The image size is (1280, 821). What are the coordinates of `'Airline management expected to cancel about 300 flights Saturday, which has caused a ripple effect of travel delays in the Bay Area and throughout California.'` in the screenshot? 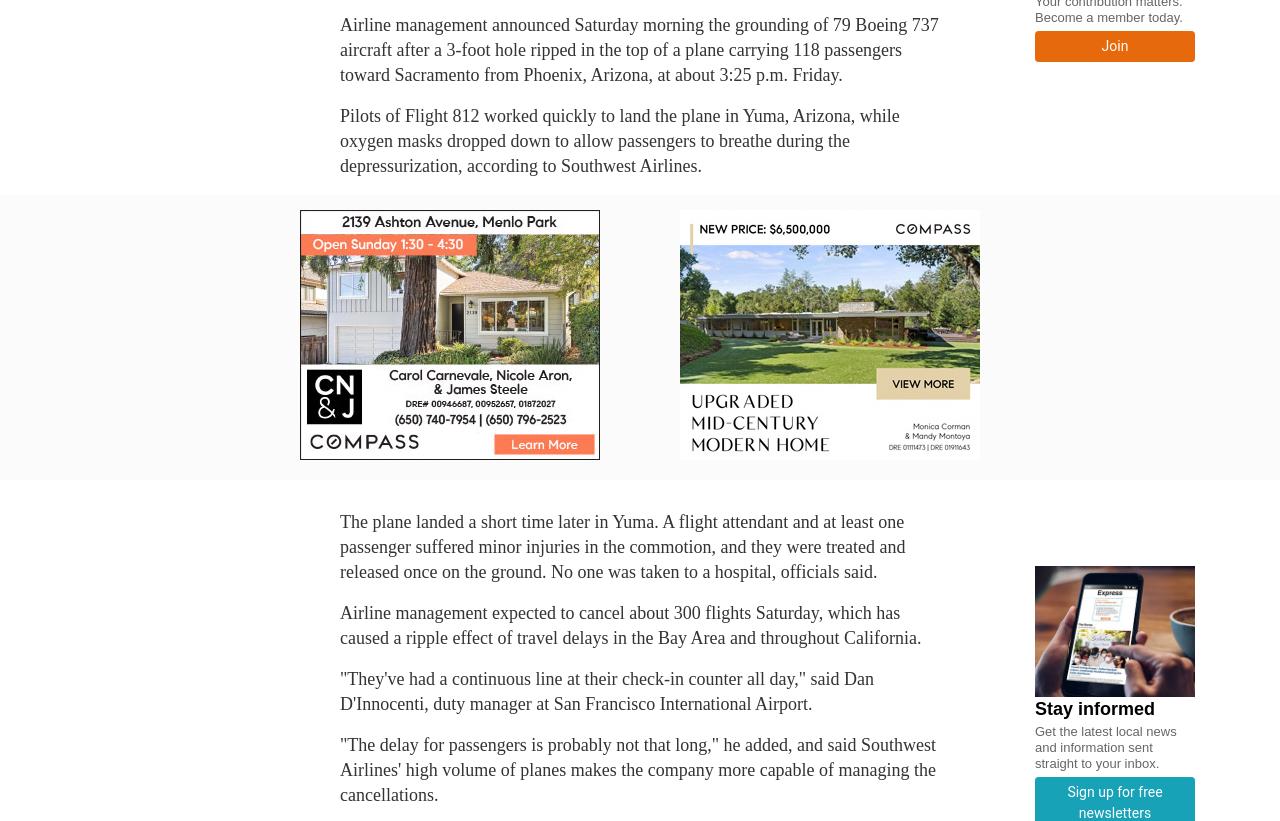 It's located at (339, 625).